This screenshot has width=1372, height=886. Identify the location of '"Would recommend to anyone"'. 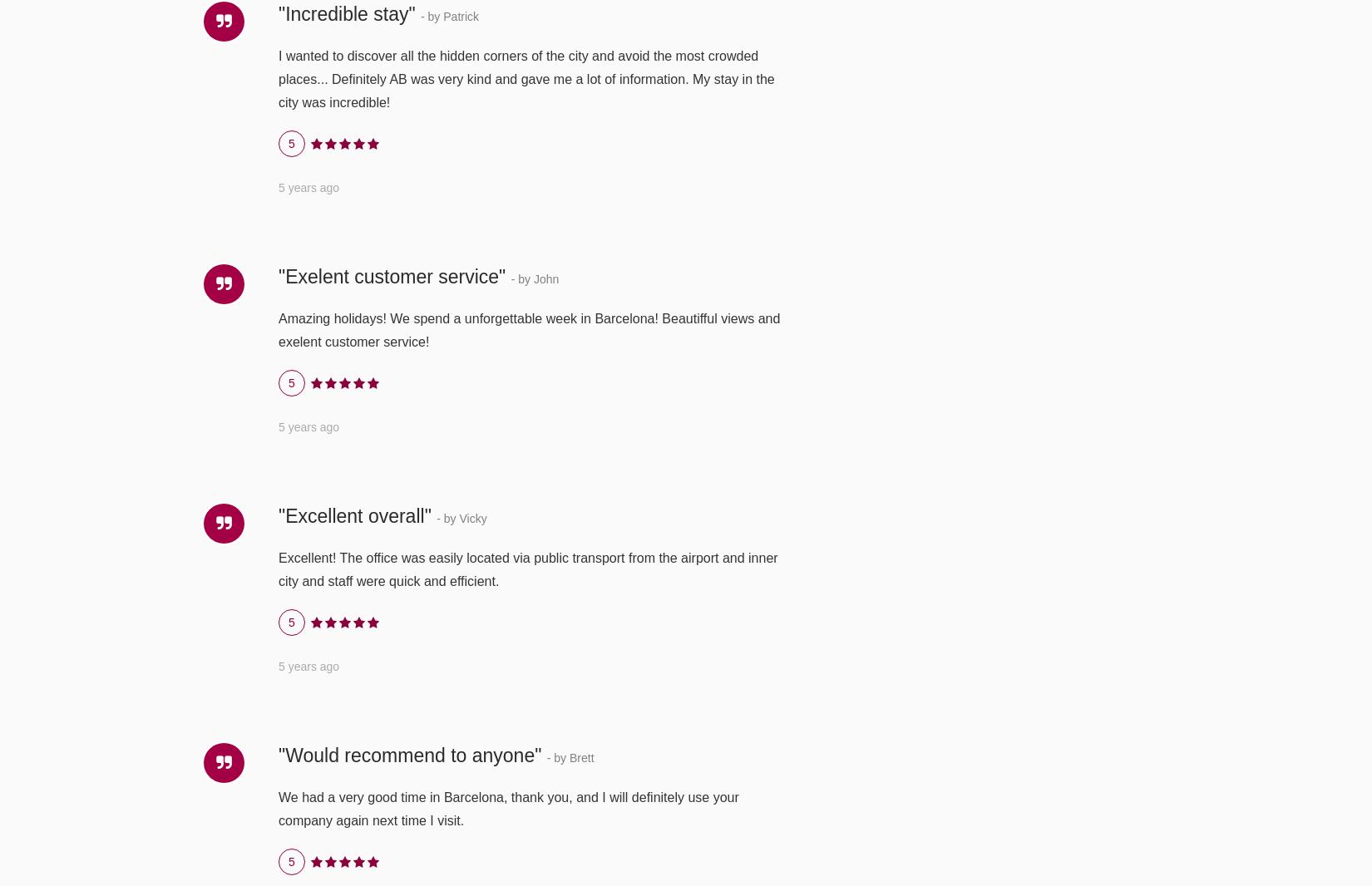
(411, 755).